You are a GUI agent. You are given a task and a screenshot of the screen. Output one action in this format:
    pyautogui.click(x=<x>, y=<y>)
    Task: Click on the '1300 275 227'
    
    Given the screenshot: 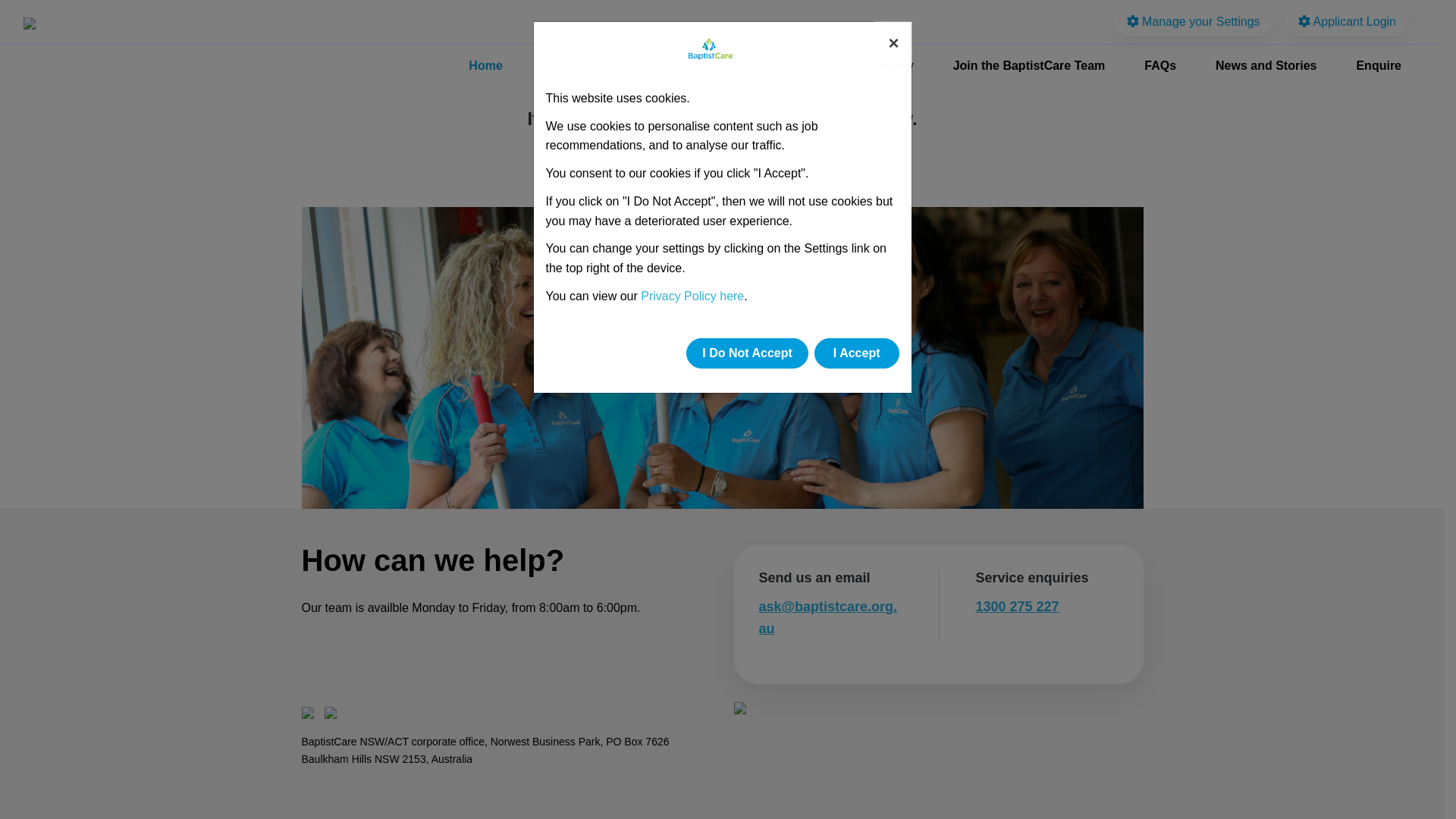 What is the action you would take?
    pyautogui.click(x=1016, y=605)
    